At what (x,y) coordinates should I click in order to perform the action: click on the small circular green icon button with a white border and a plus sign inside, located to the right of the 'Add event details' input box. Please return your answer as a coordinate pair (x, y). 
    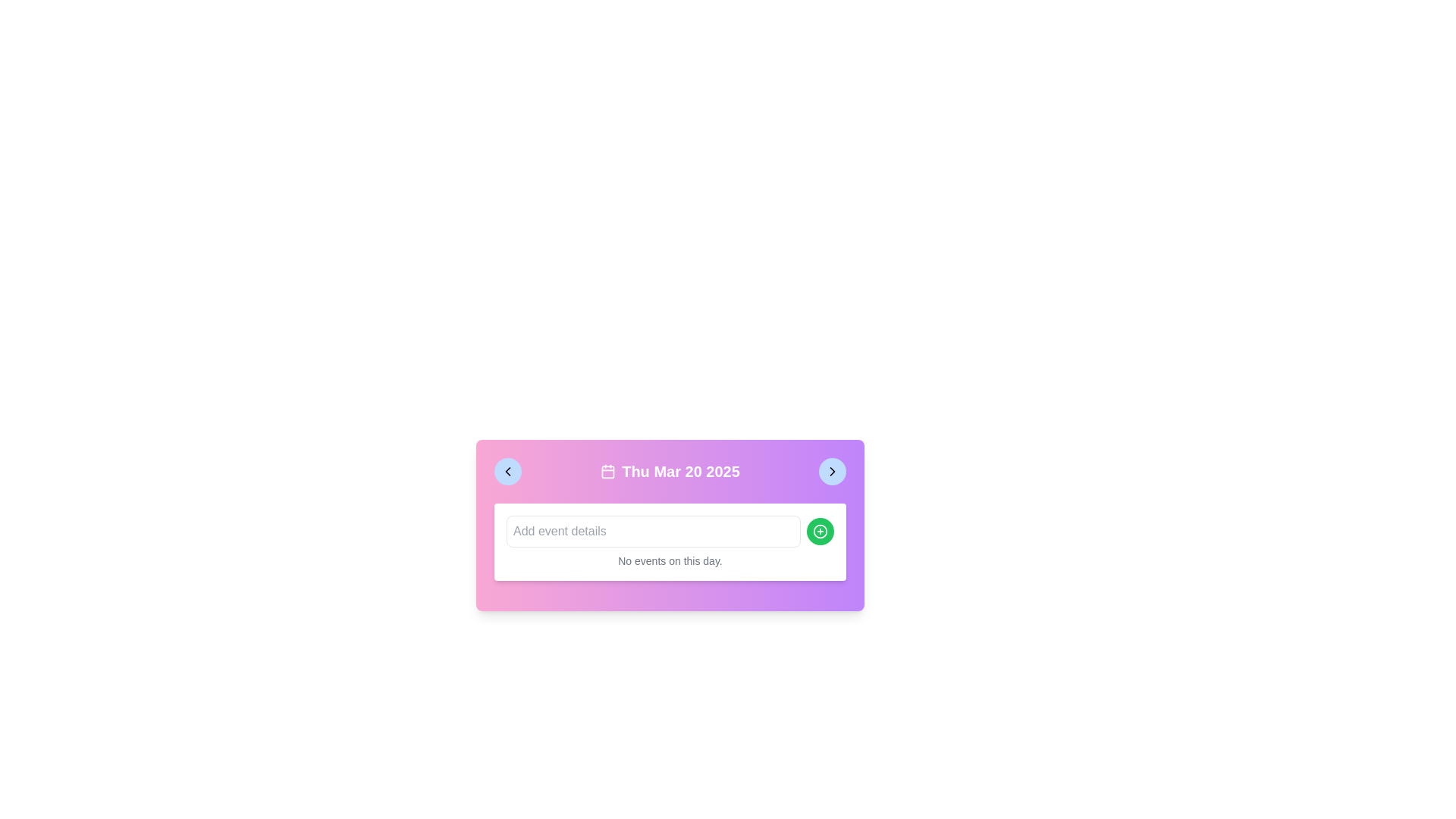
    Looking at the image, I should click on (819, 531).